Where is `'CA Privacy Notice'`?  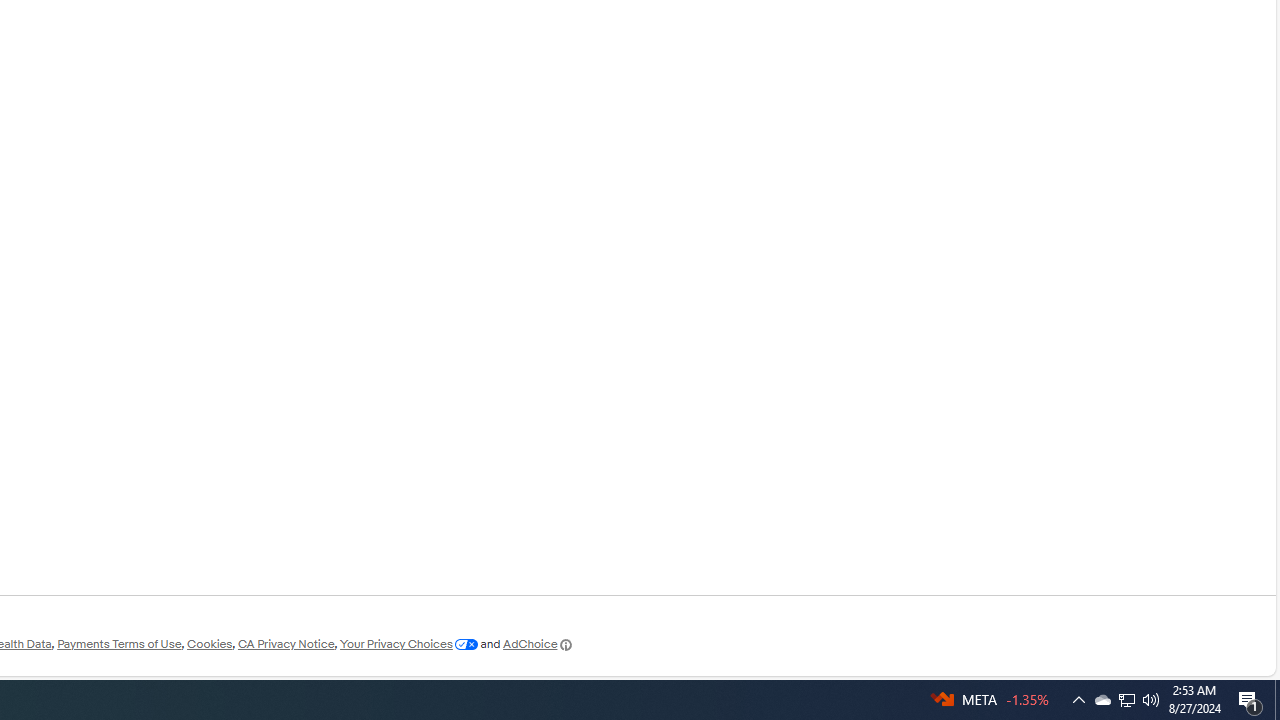 'CA Privacy Notice' is located at coordinates (285, 644).